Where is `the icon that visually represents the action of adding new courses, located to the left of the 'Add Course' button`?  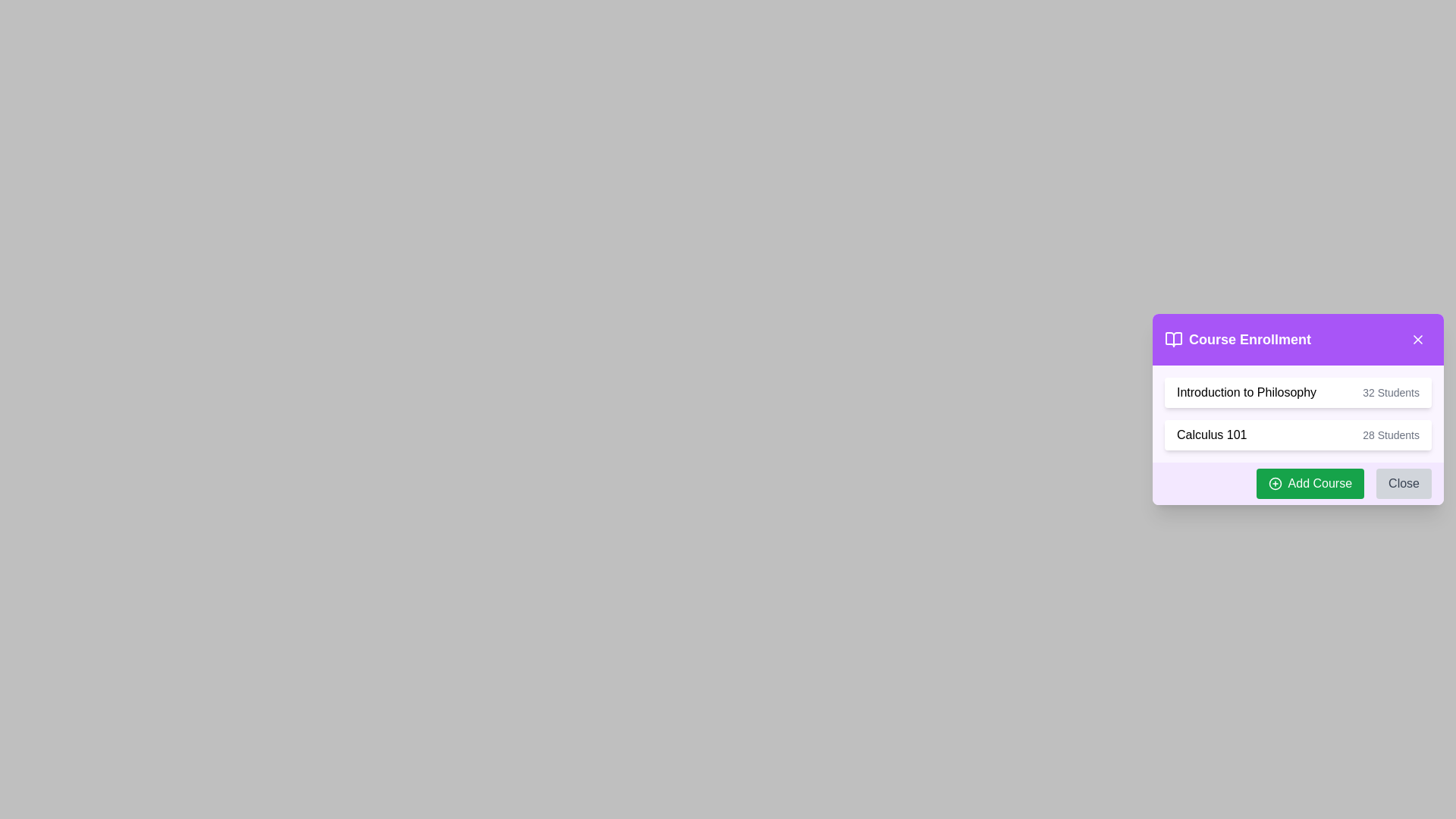
the icon that visually represents the action of adding new courses, located to the left of the 'Add Course' button is located at coordinates (1274, 483).